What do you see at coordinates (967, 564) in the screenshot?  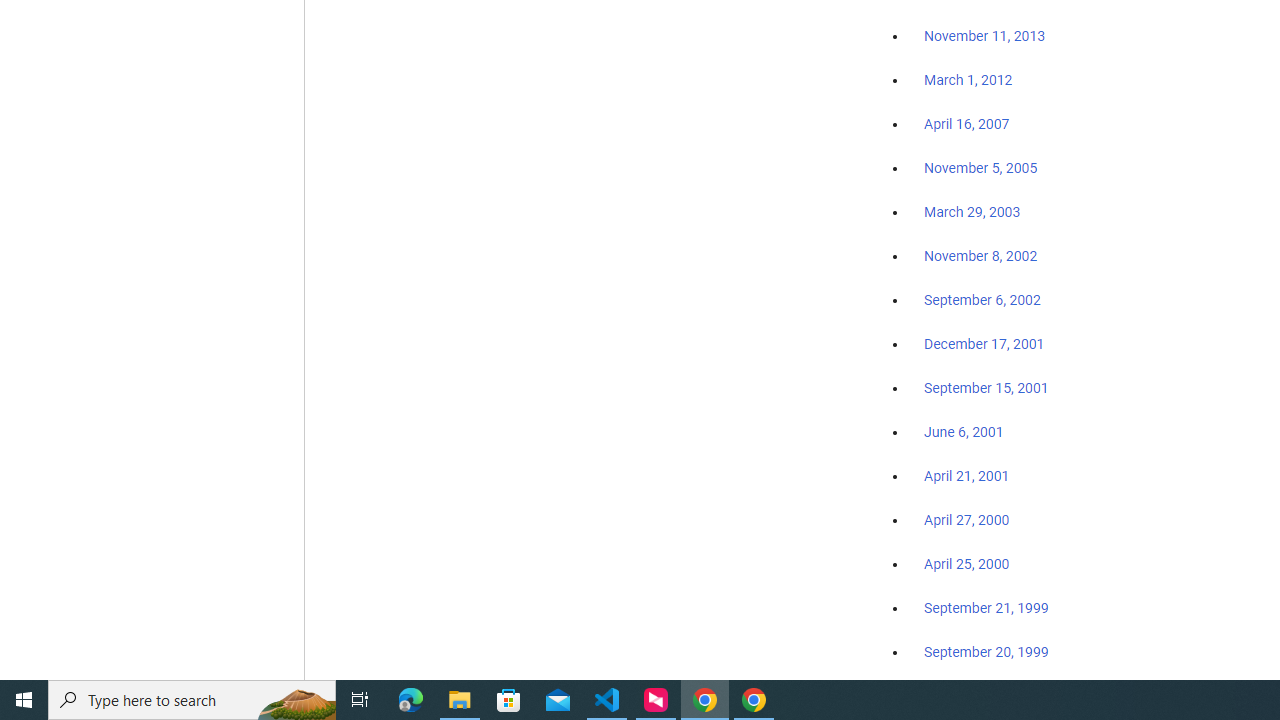 I see `'April 25, 2000'` at bounding box center [967, 564].